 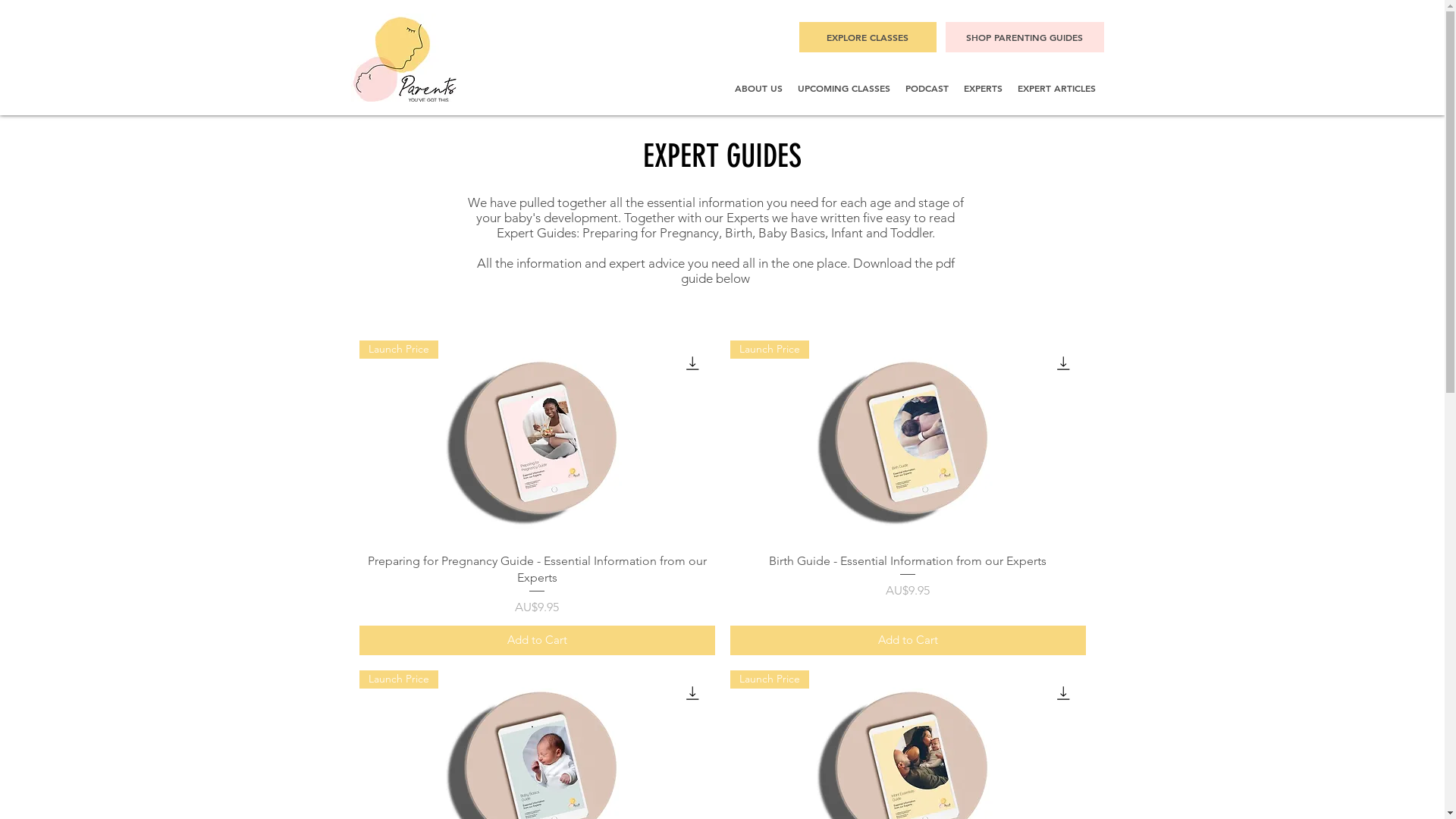 What do you see at coordinates (944, 36) in the screenshot?
I see `'SHOP PARENTING GUIDES'` at bounding box center [944, 36].